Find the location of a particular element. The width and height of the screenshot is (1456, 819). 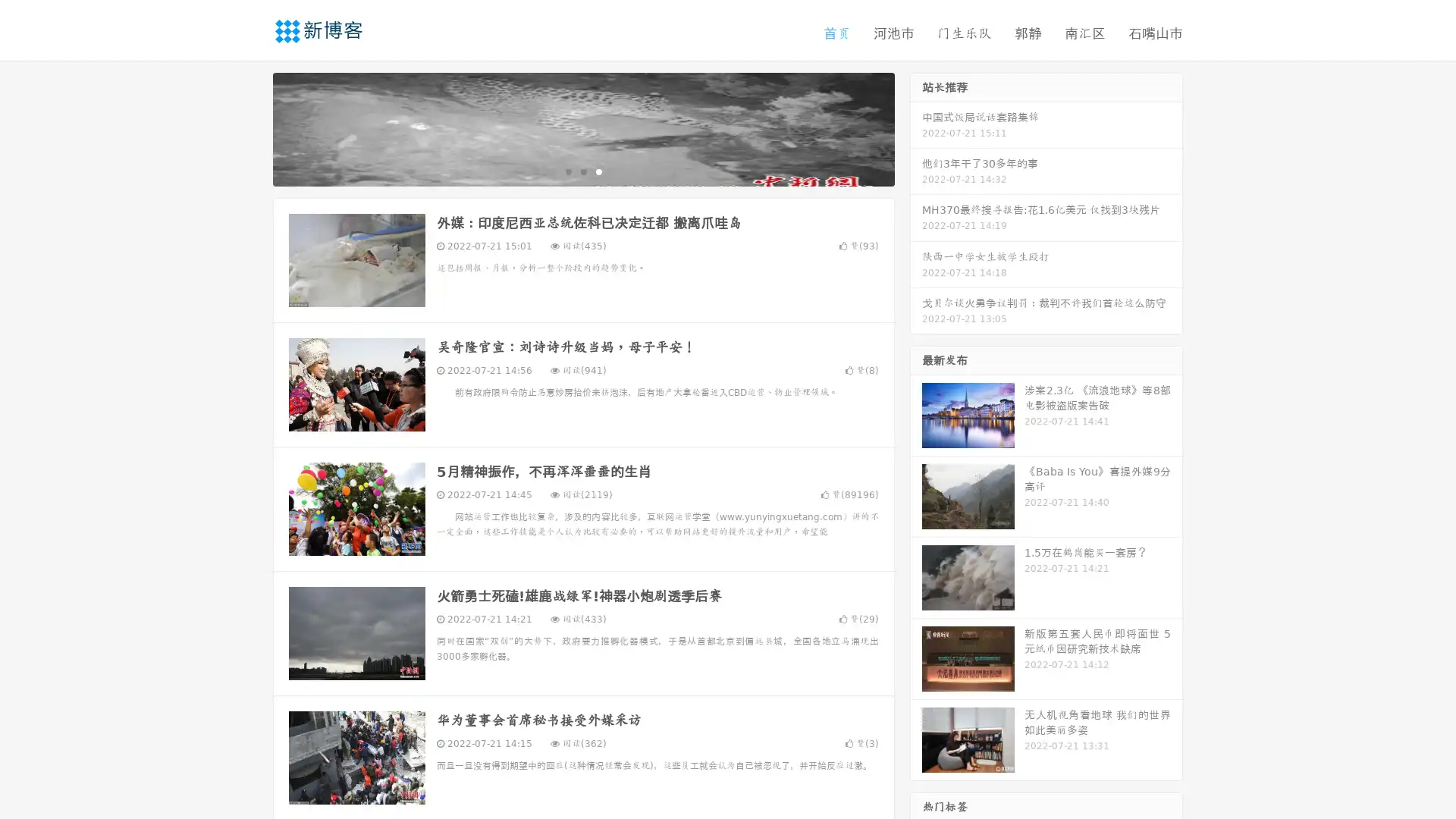

Next slide is located at coordinates (916, 127).